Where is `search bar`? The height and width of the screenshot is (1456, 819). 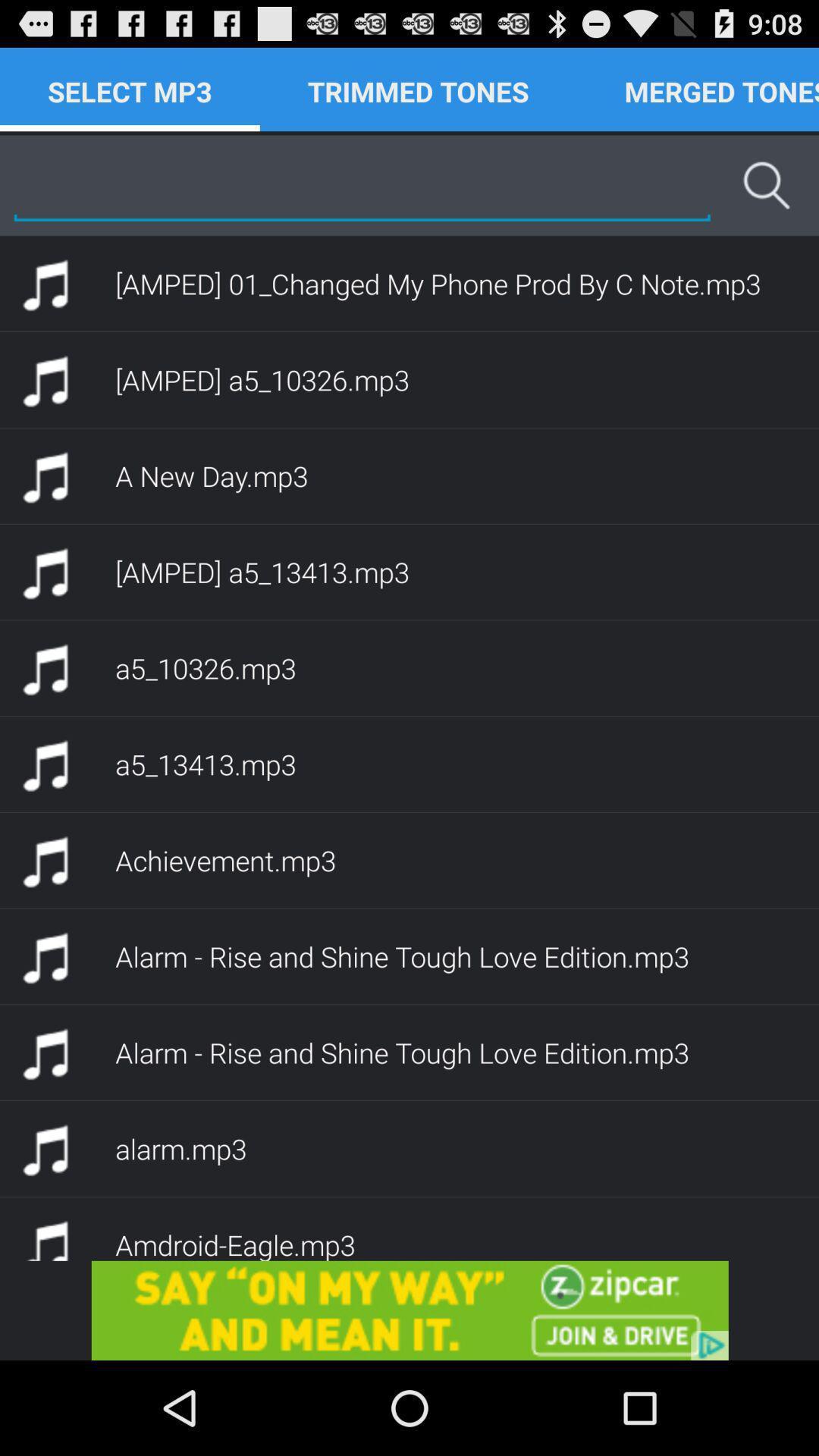 search bar is located at coordinates (362, 184).